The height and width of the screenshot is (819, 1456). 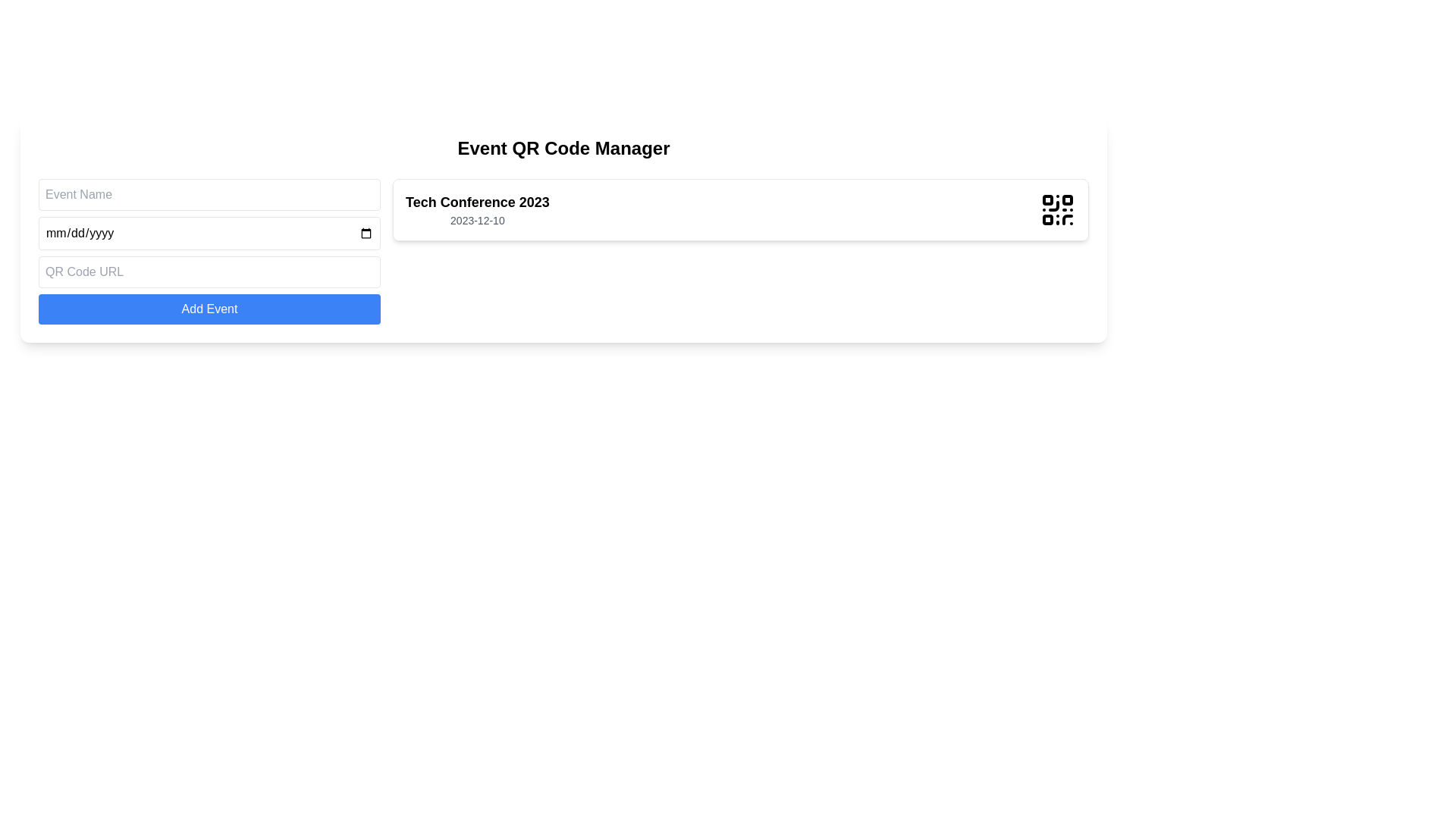 What do you see at coordinates (476, 220) in the screenshot?
I see `the text label displaying '2023-12-10' located below 'Tech Conference 2023'` at bounding box center [476, 220].